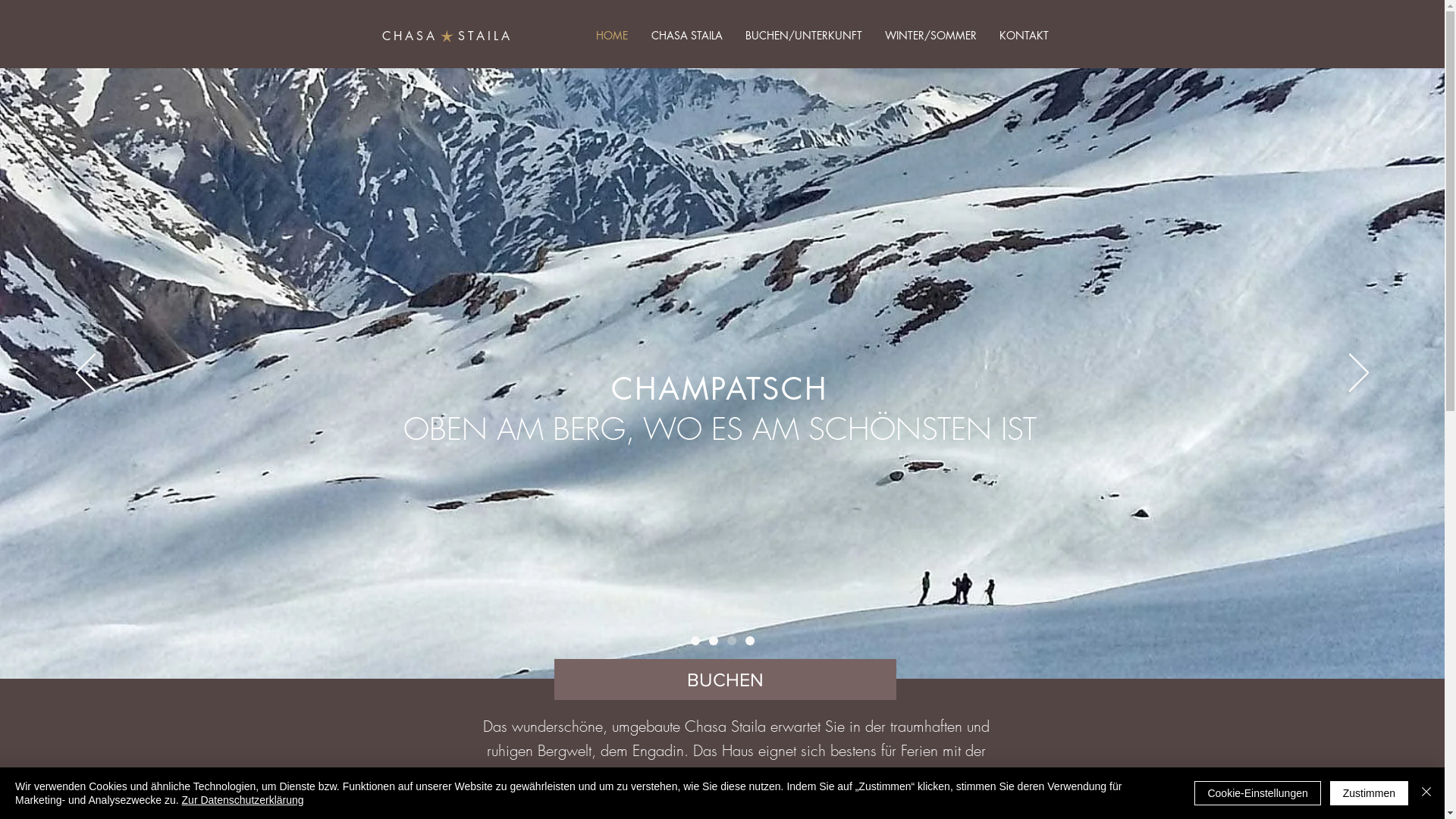  Describe the element at coordinates (803, 34) in the screenshot. I see `'BUCHEN/UNTERKUNFT'` at that location.